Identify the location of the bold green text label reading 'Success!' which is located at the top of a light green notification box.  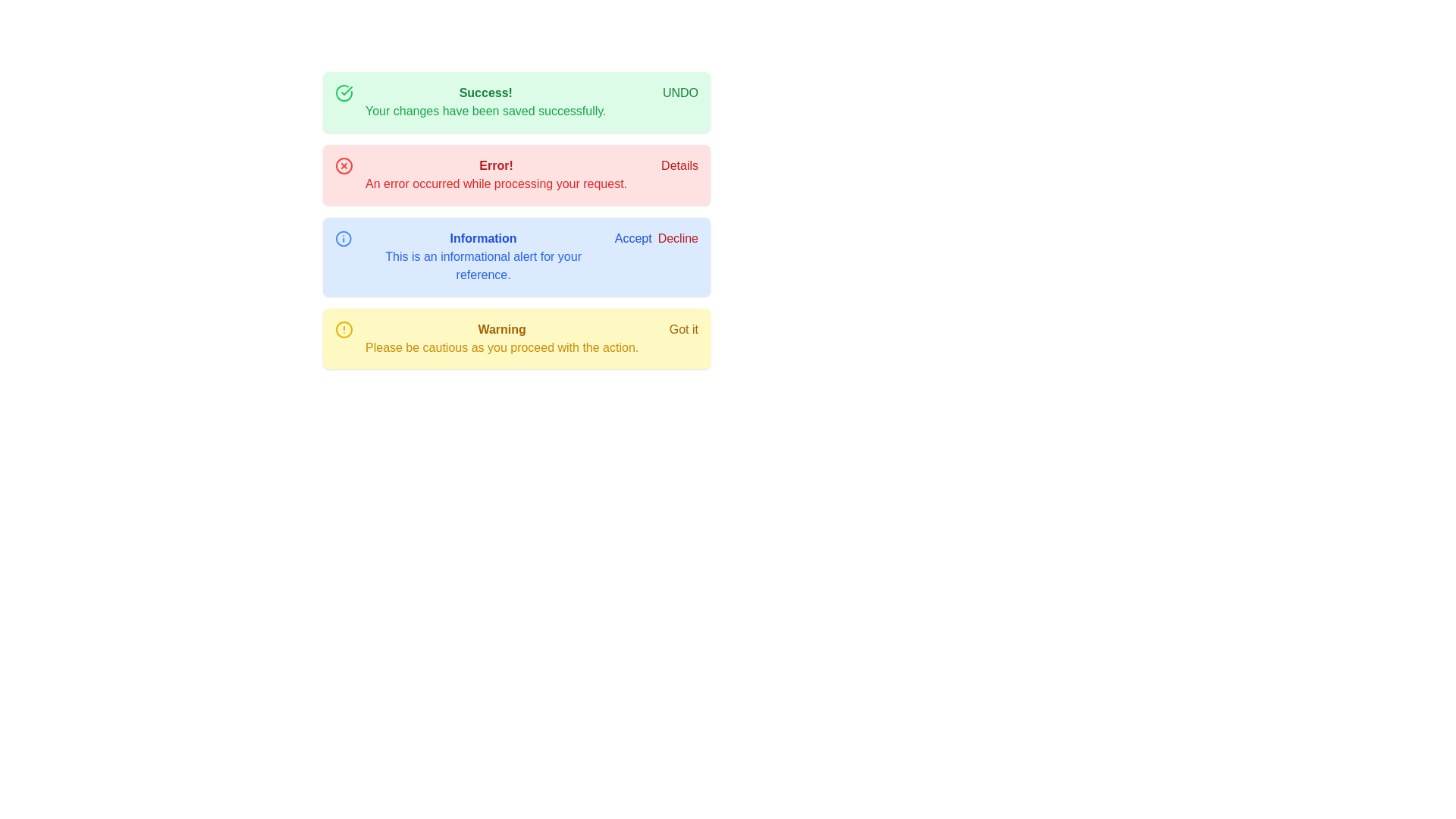
(485, 93).